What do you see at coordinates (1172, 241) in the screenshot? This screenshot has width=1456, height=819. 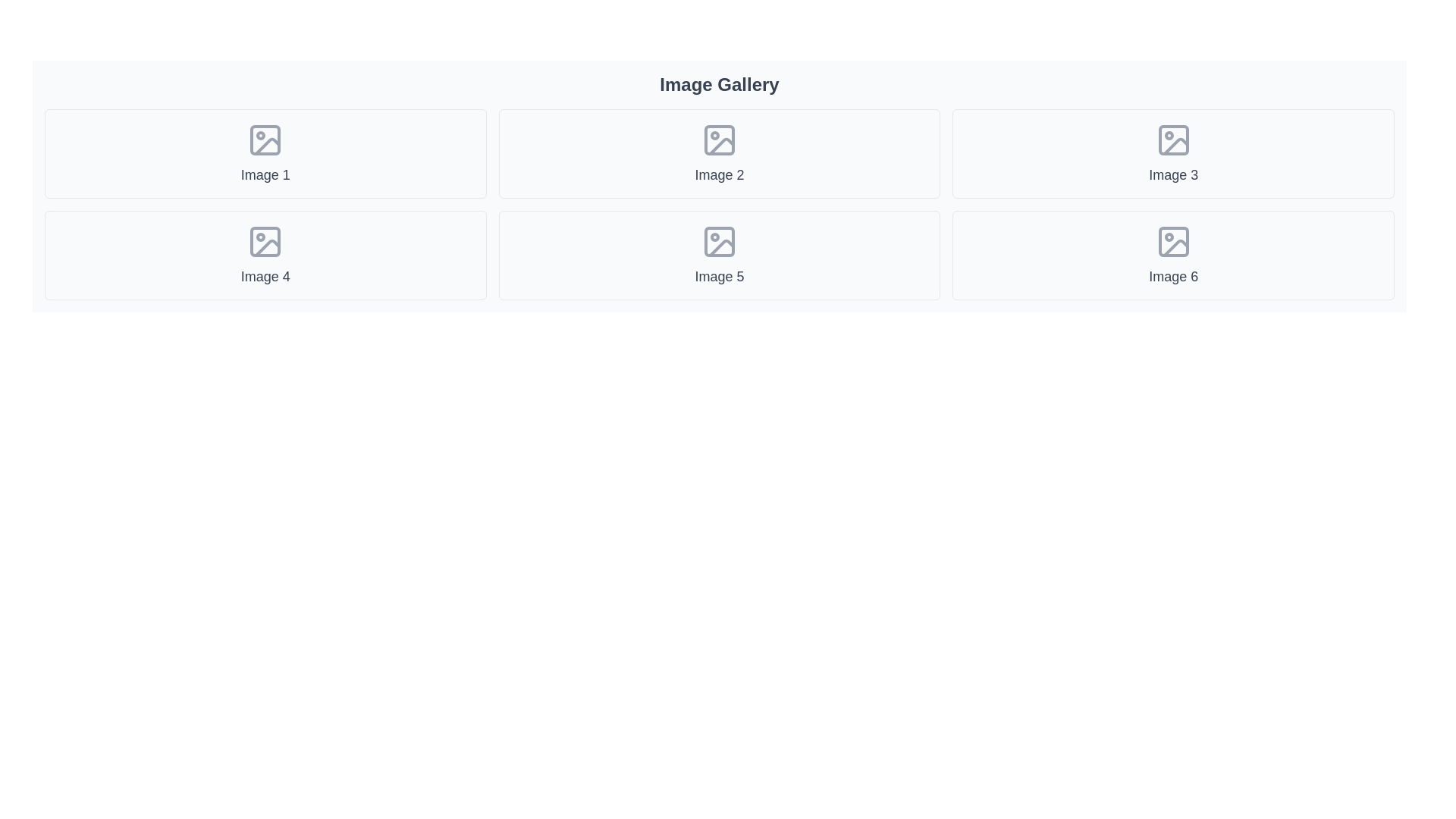 I see `the rectangular SVG shape with rounded corners in the bottom-right corner of the grid labeled 'Image 6' in the image gallery` at bounding box center [1172, 241].